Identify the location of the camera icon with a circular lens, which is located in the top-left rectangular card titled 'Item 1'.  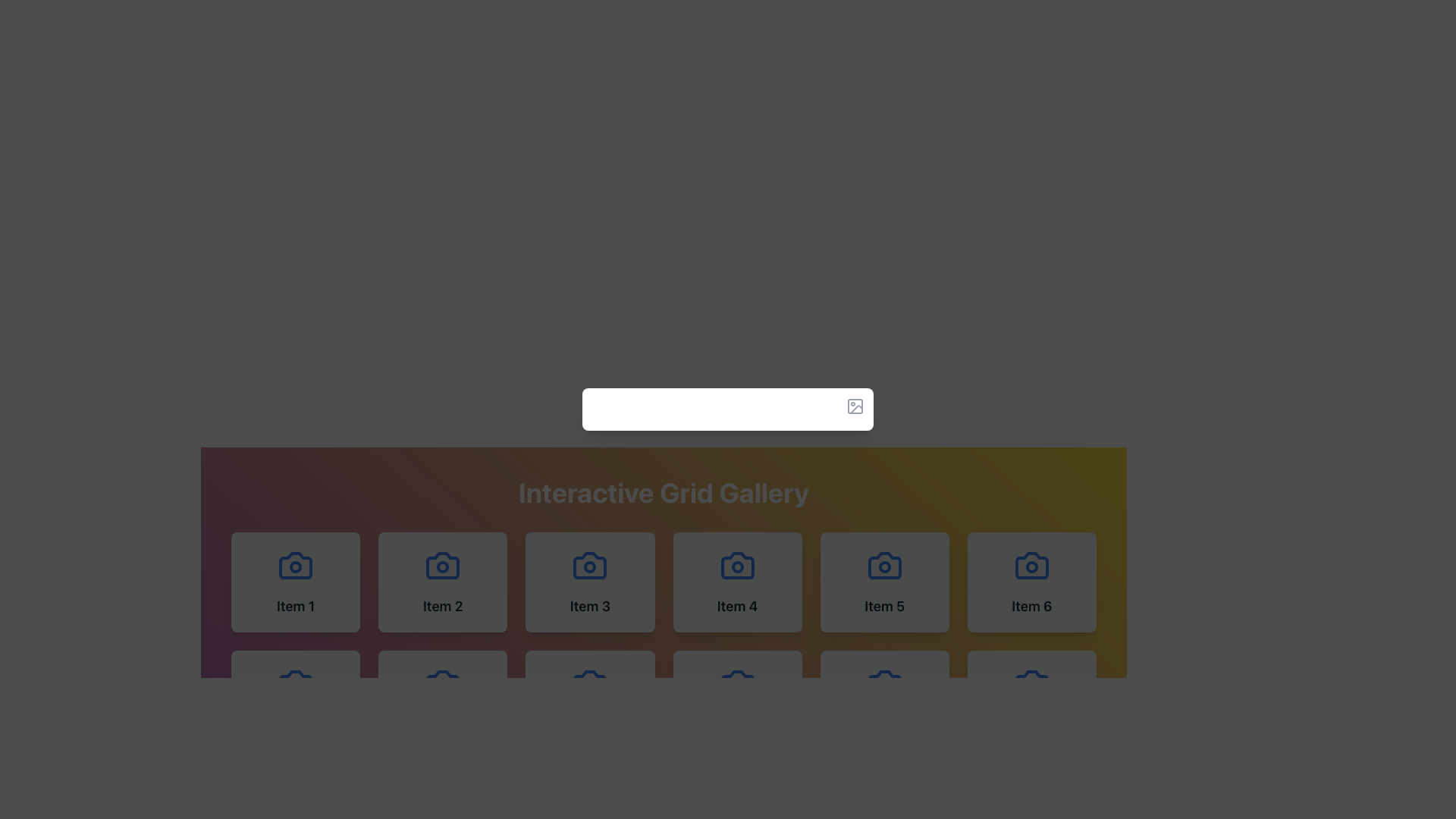
(296, 565).